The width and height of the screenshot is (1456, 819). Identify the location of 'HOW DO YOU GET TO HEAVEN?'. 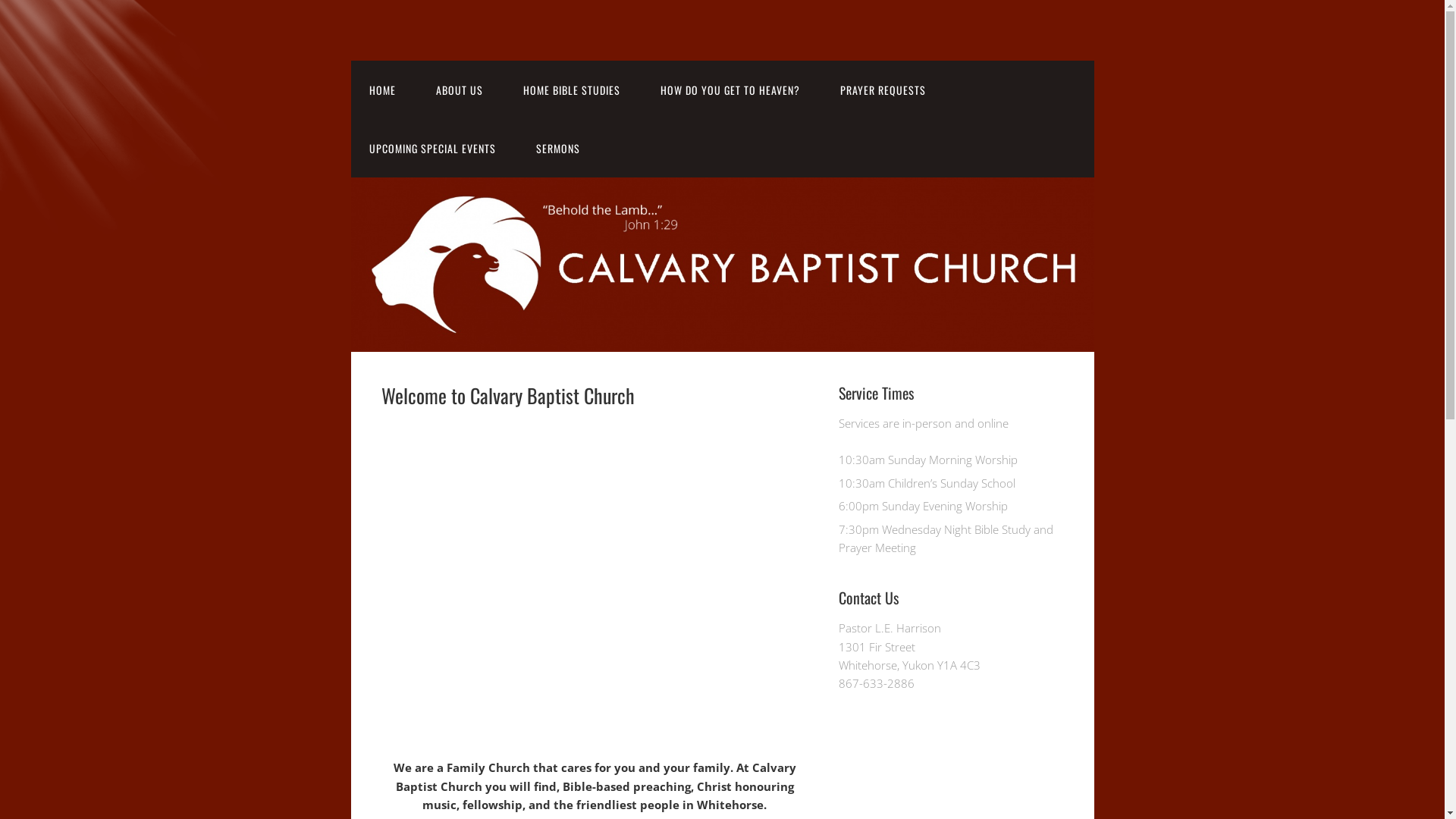
(729, 89).